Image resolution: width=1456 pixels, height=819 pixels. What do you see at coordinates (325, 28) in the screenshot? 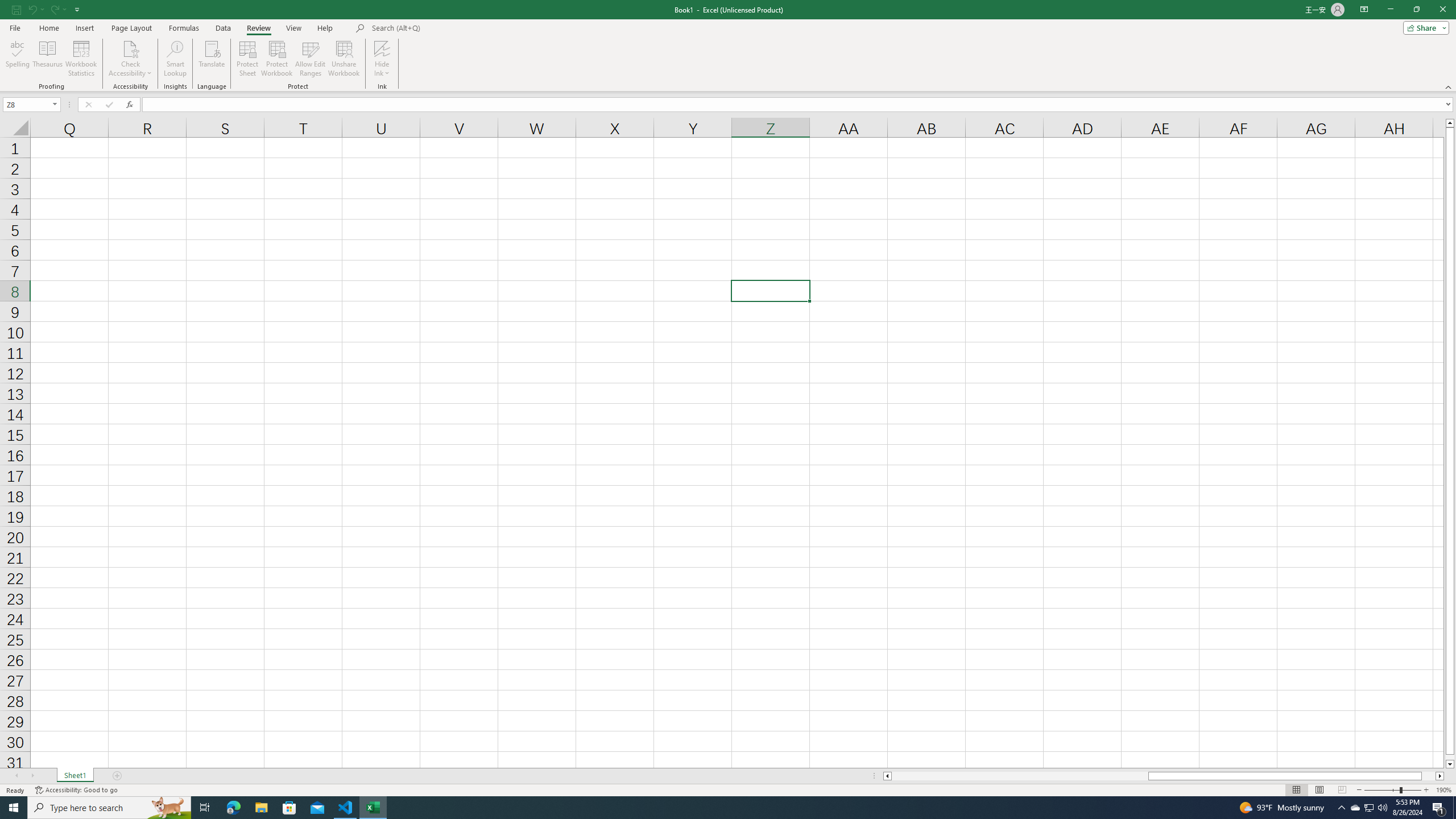
I see `'Help'` at bounding box center [325, 28].